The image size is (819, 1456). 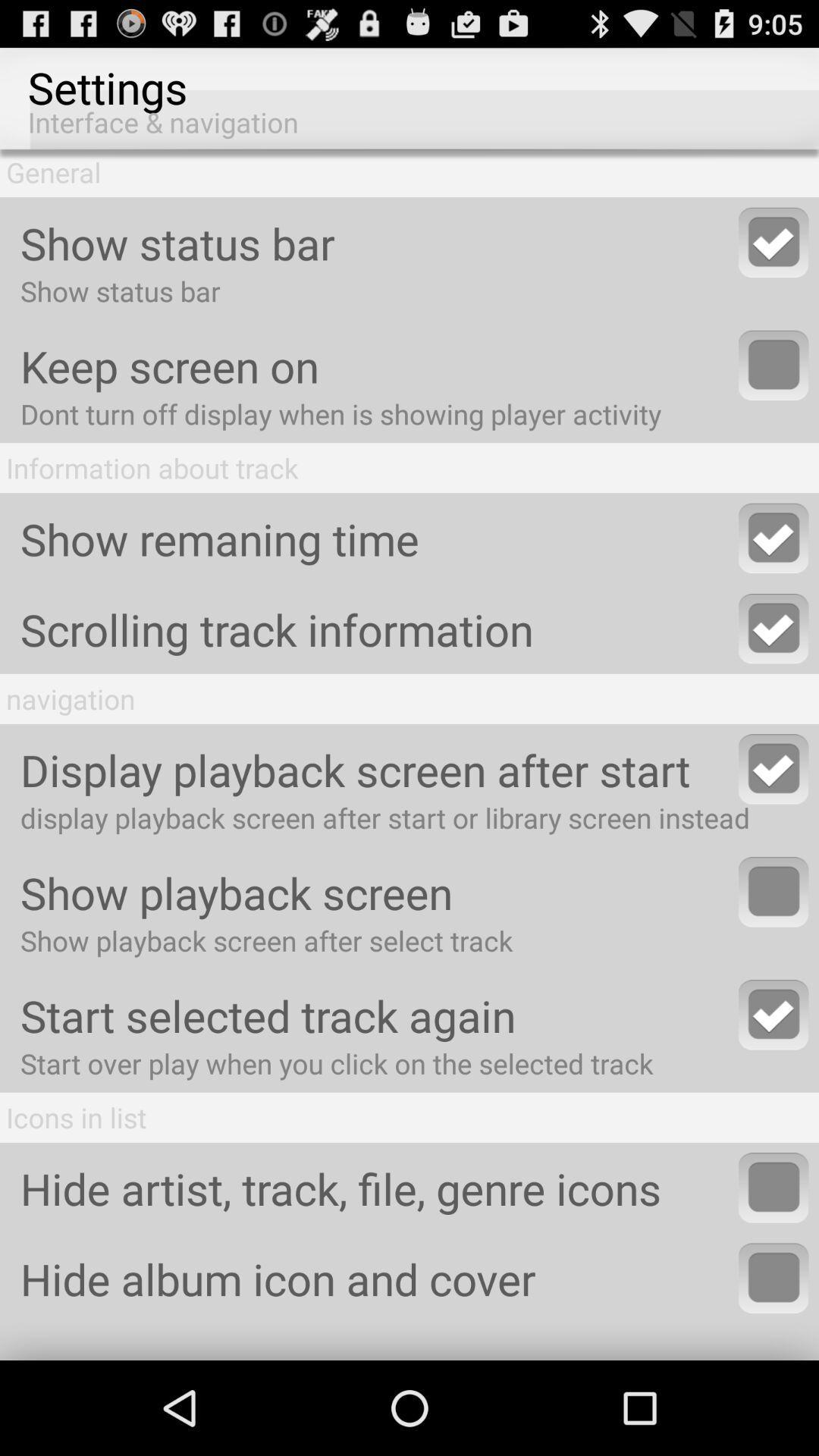 I want to click on unselect option, so click(x=773, y=1015).